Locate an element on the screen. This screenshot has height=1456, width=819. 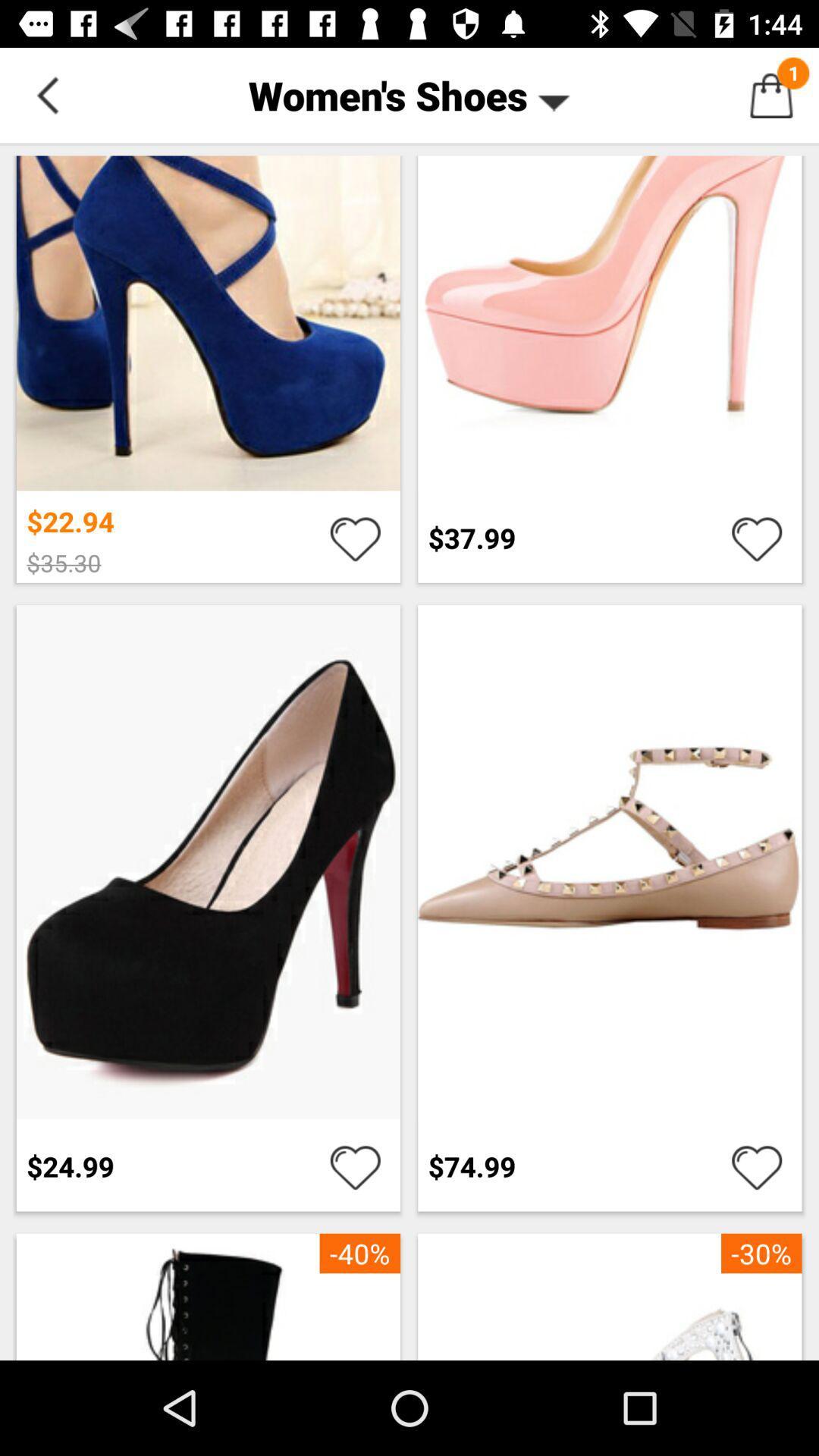
like button is located at coordinates (355, 1166).